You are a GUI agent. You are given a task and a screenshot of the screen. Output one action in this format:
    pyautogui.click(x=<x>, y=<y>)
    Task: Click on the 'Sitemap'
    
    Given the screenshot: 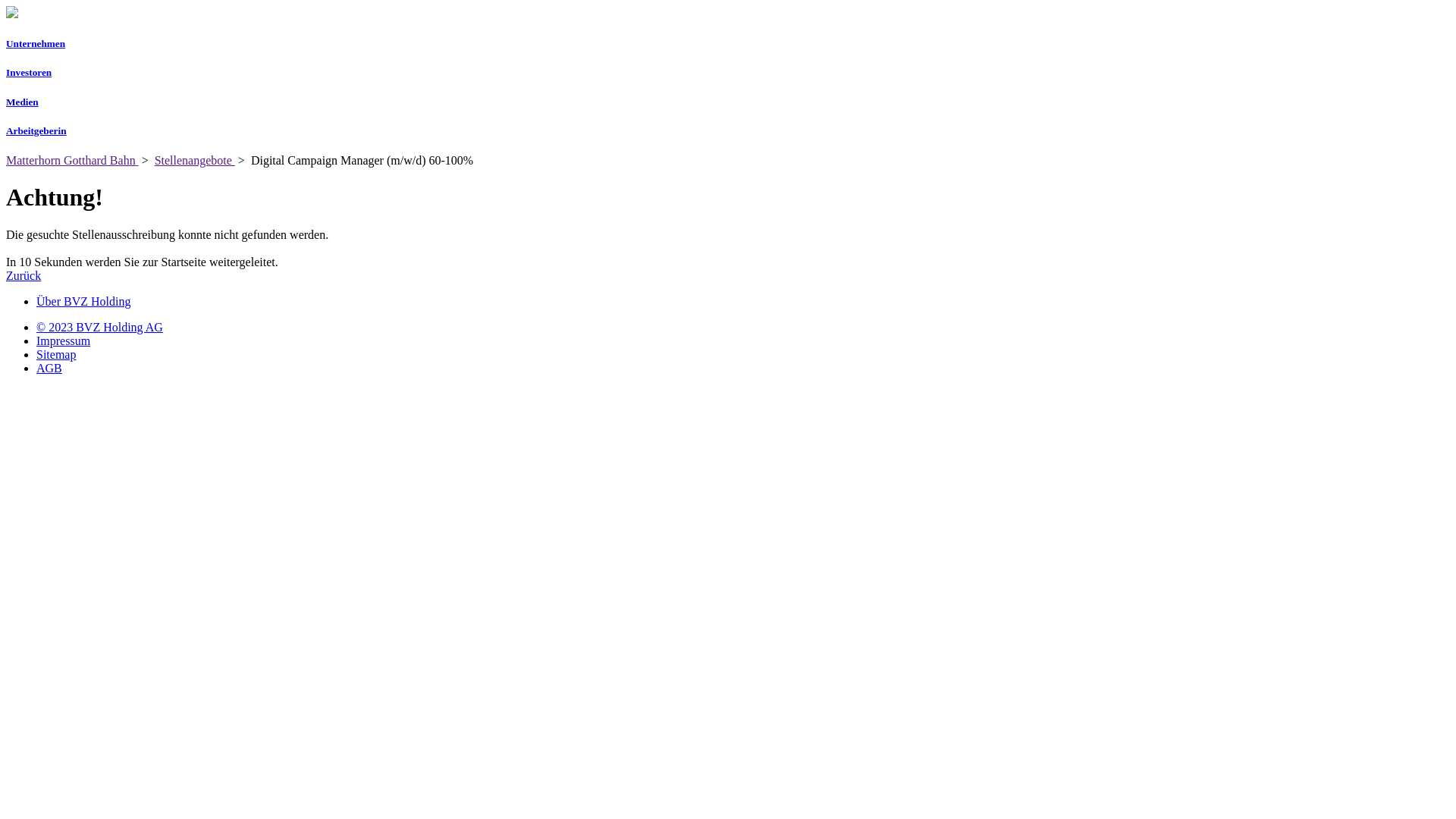 What is the action you would take?
    pyautogui.click(x=55, y=354)
    